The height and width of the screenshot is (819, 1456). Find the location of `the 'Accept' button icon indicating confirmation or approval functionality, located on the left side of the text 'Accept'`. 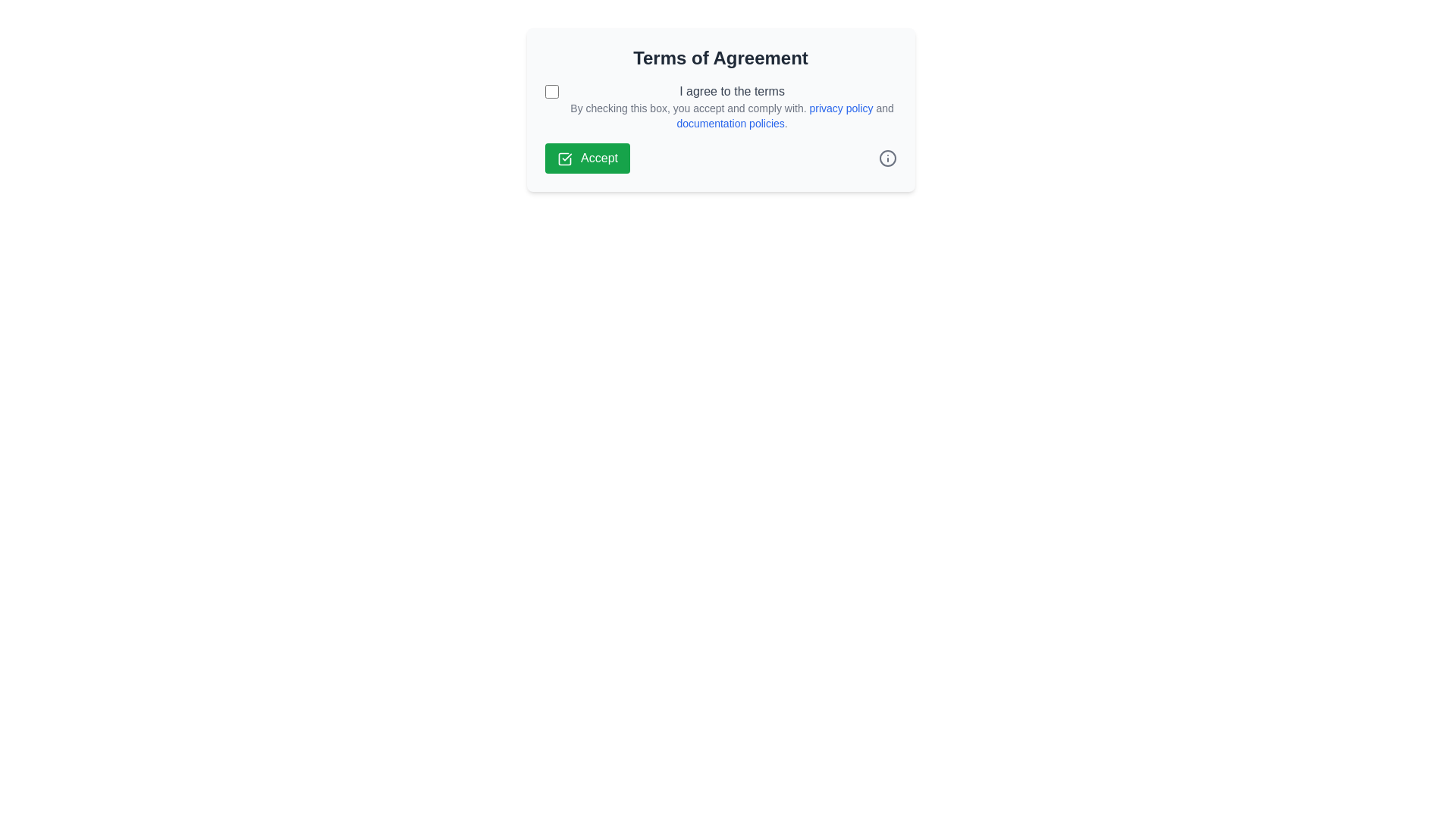

the 'Accept' button icon indicating confirmation or approval functionality, located on the left side of the text 'Accept' is located at coordinates (563, 158).